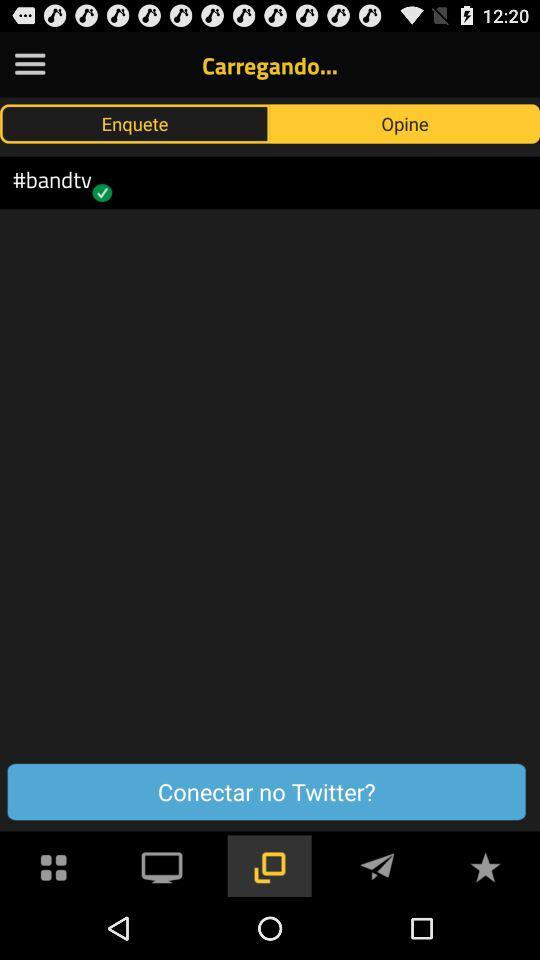 This screenshot has width=540, height=960. What do you see at coordinates (54, 864) in the screenshot?
I see `menu` at bounding box center [54, 864].